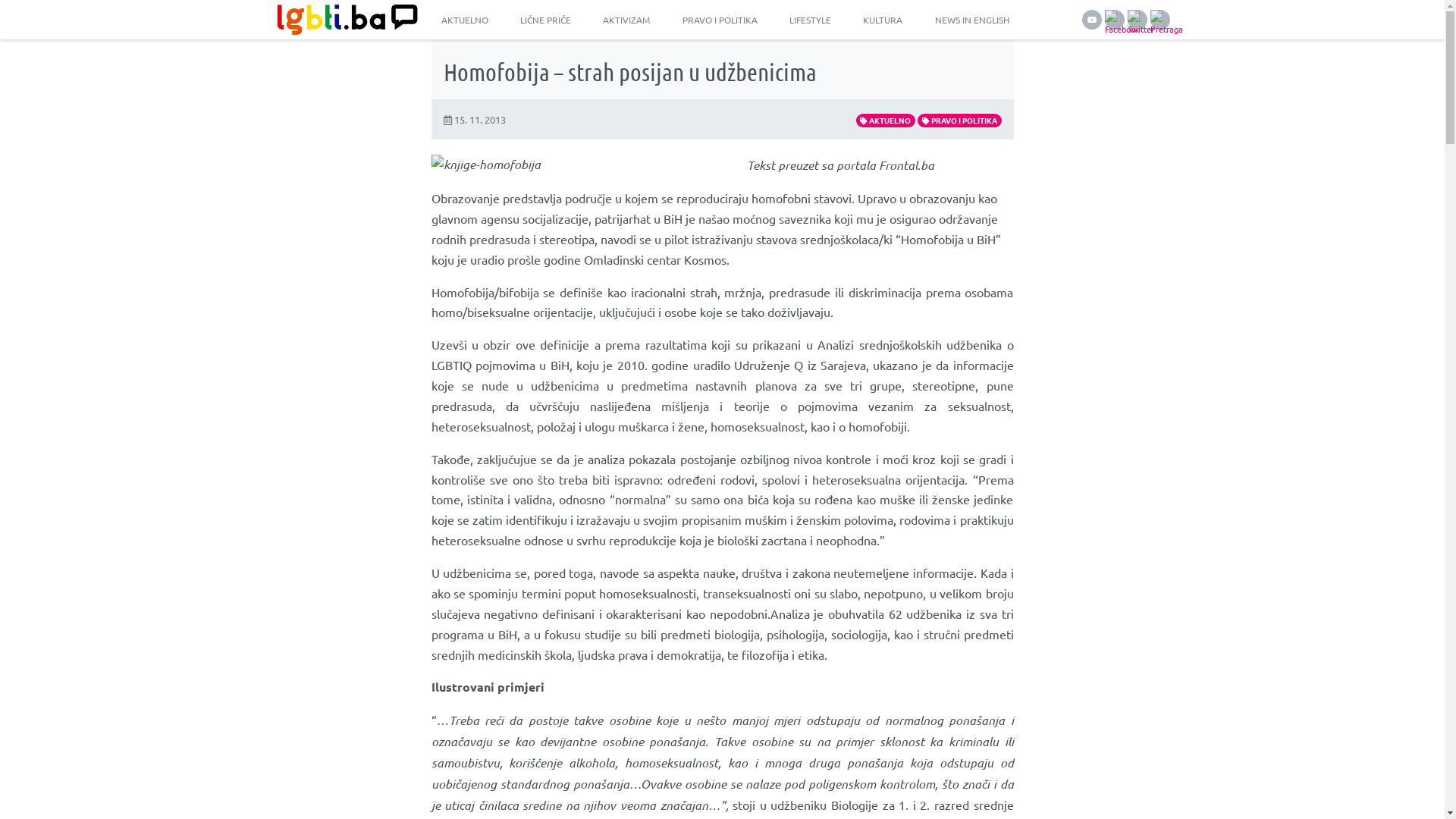 The image size is (1456, 819). I want to click on 'AKTUELNO', so click(885, 120).